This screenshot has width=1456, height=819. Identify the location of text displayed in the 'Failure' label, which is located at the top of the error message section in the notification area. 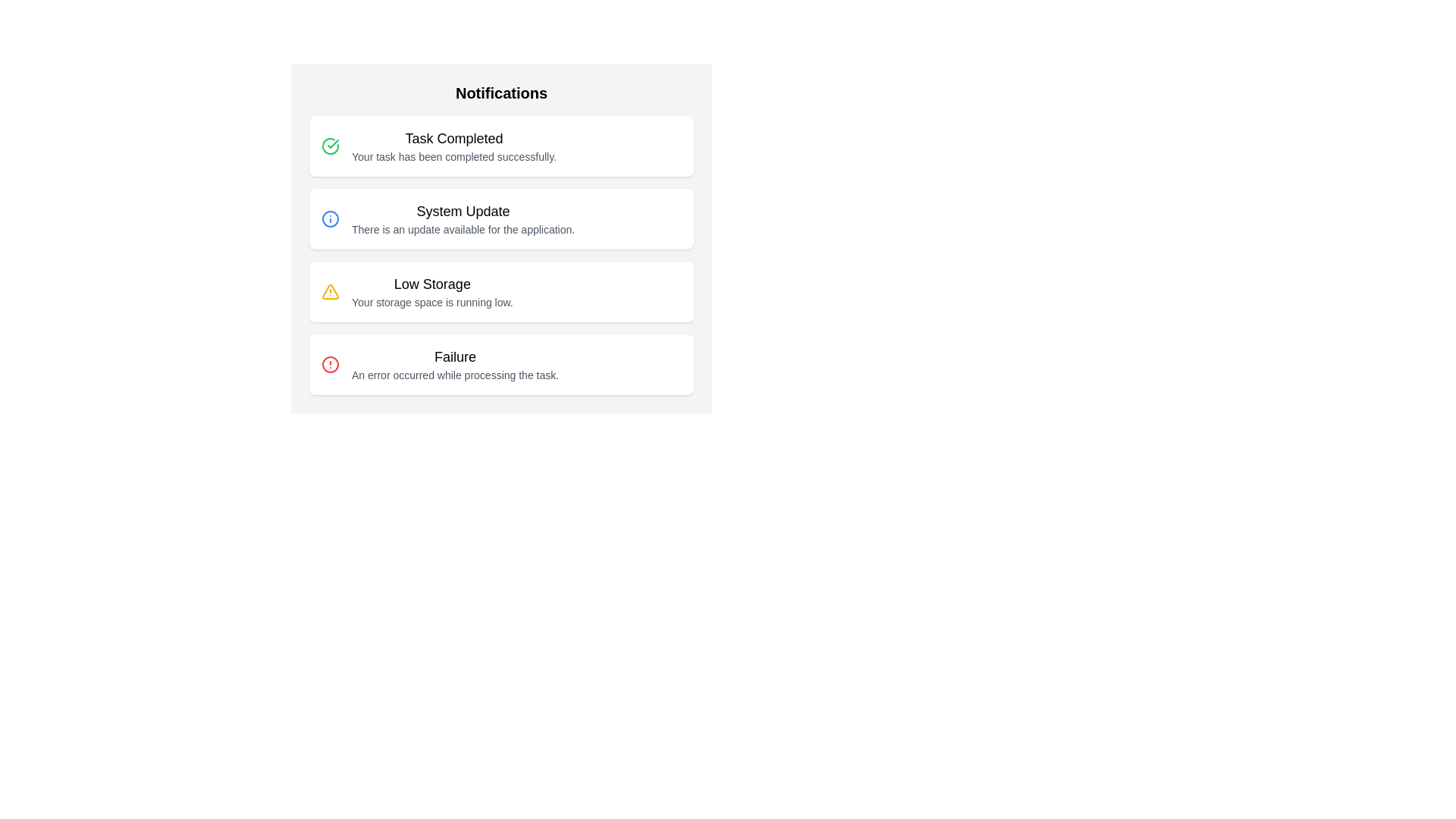
(454, 356).